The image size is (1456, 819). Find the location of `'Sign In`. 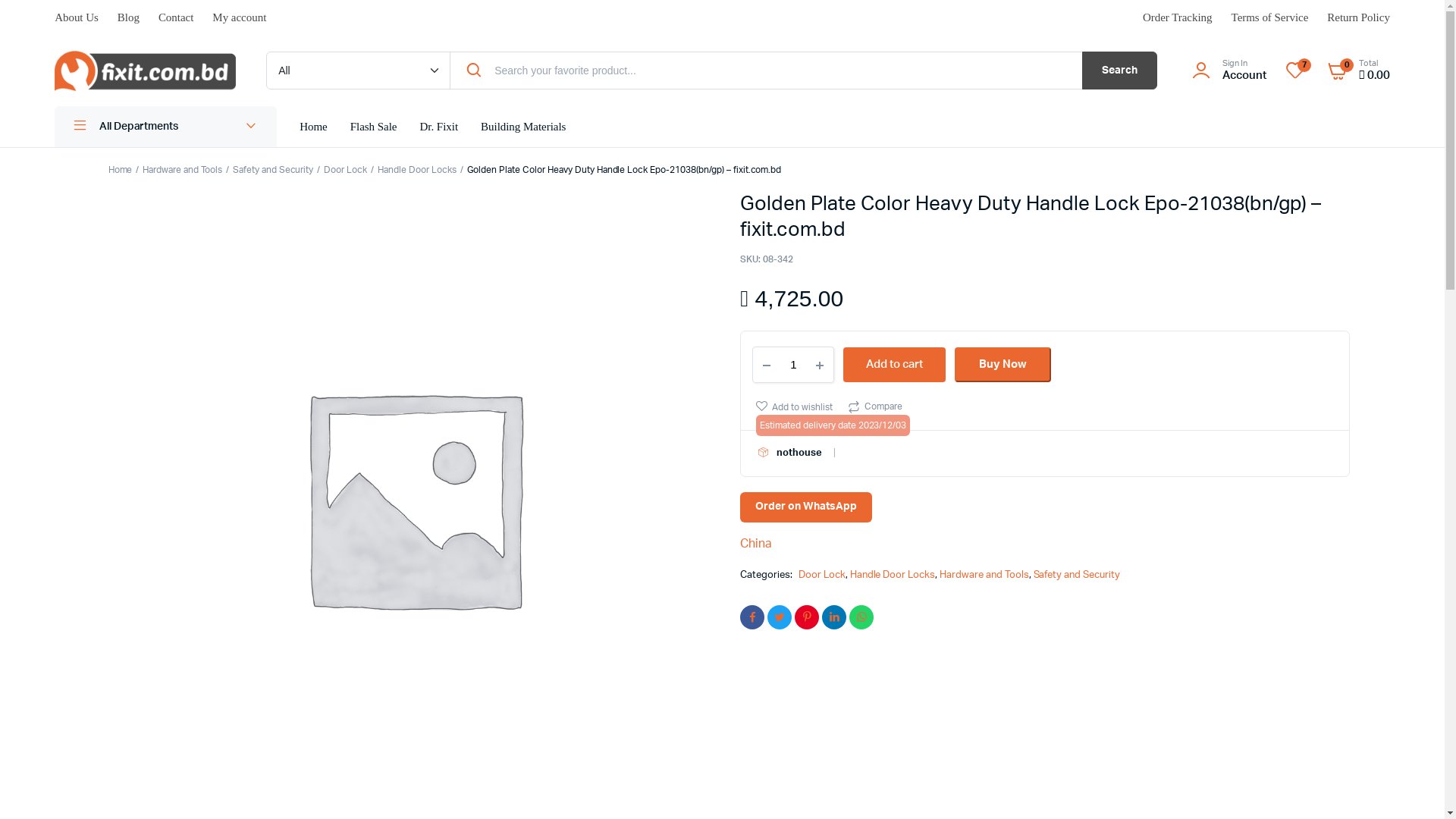

'Sign In is located at coordinates (1186, 70).